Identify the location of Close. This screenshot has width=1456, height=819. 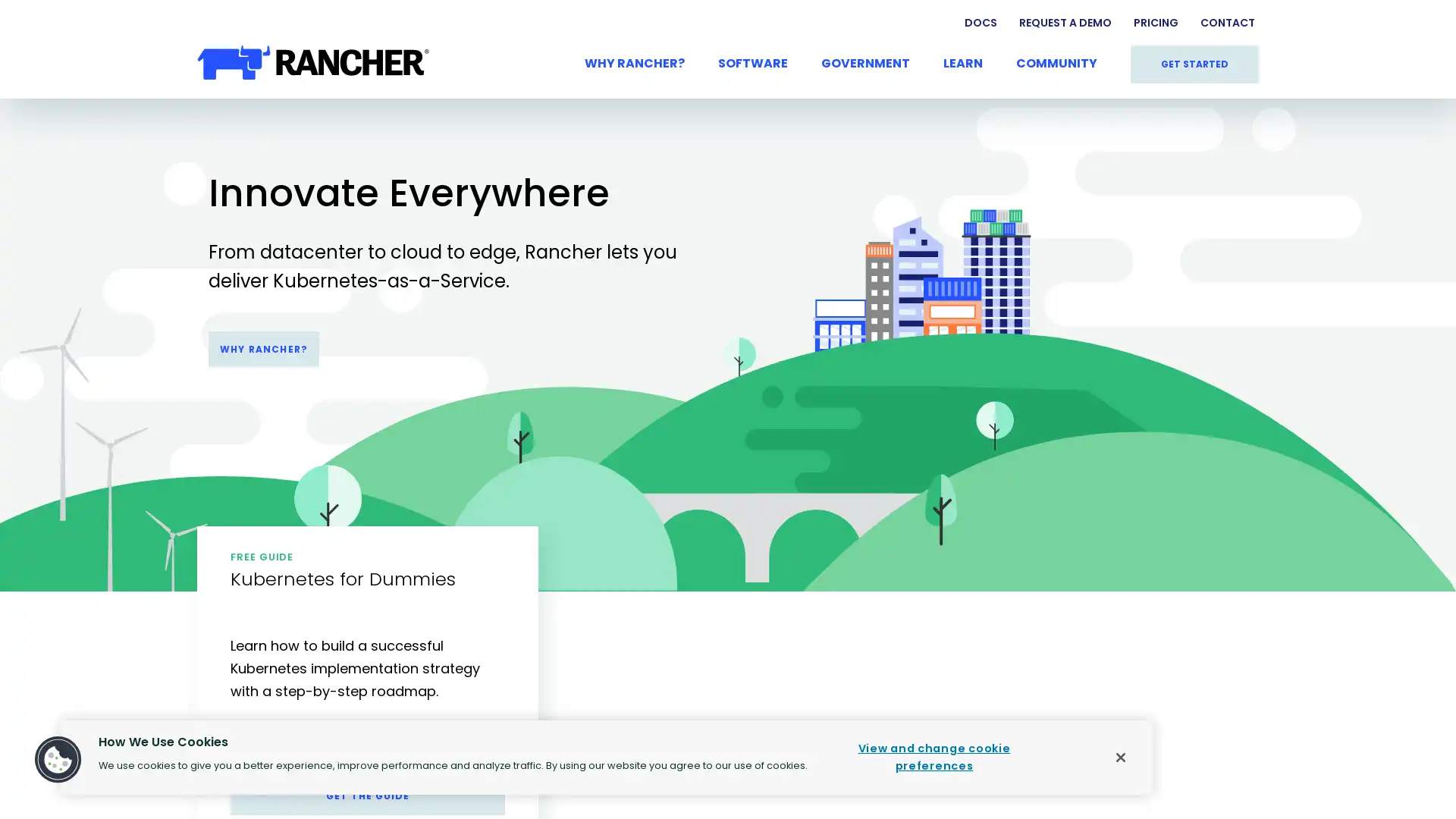
(1121, 757).